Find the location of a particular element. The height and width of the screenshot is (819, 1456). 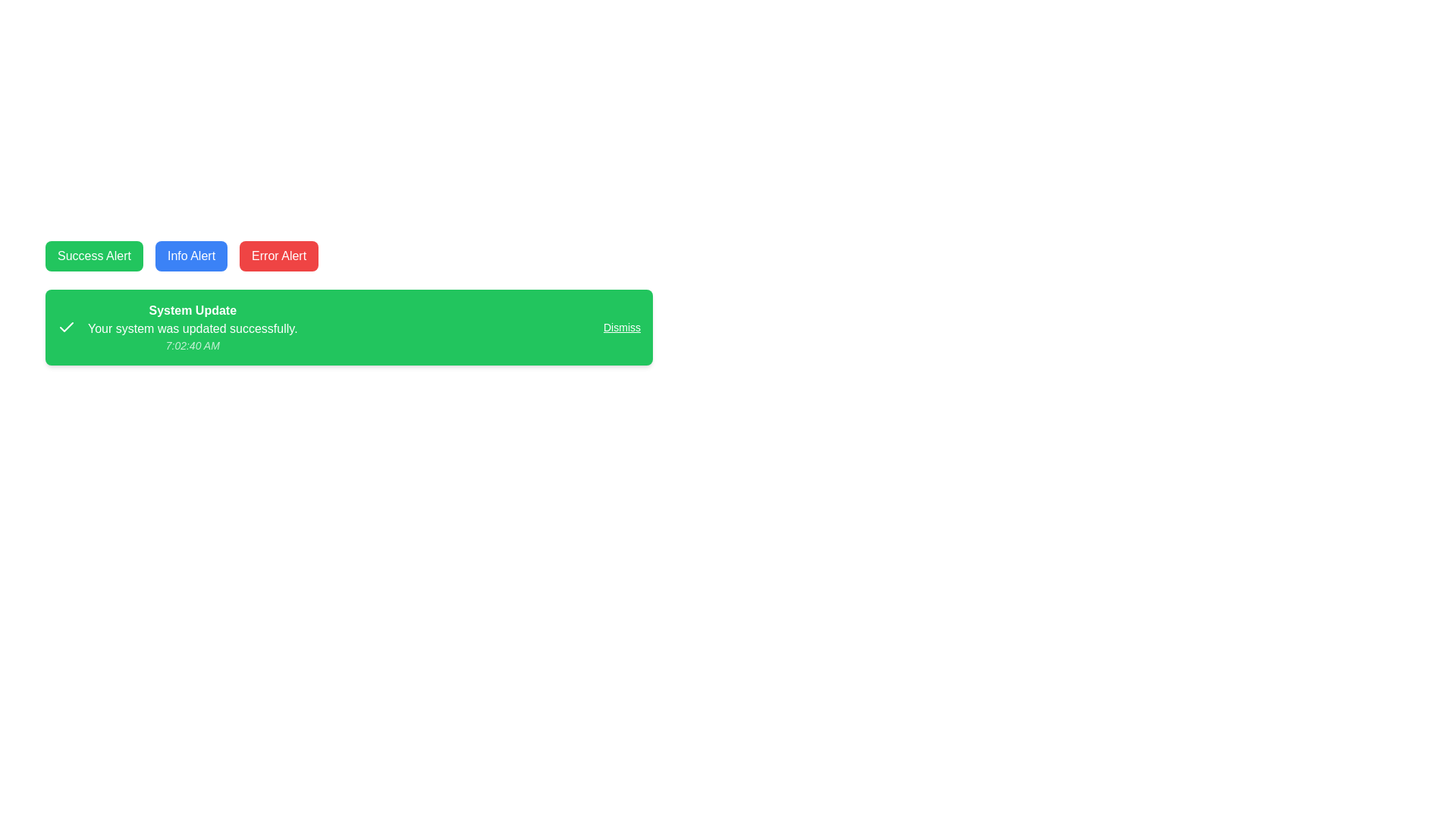

the static text element indicating the timestamp of the system update, located below the message 'Your system was updated successfully.' in the green notification card is located at coordinates (192, 345).